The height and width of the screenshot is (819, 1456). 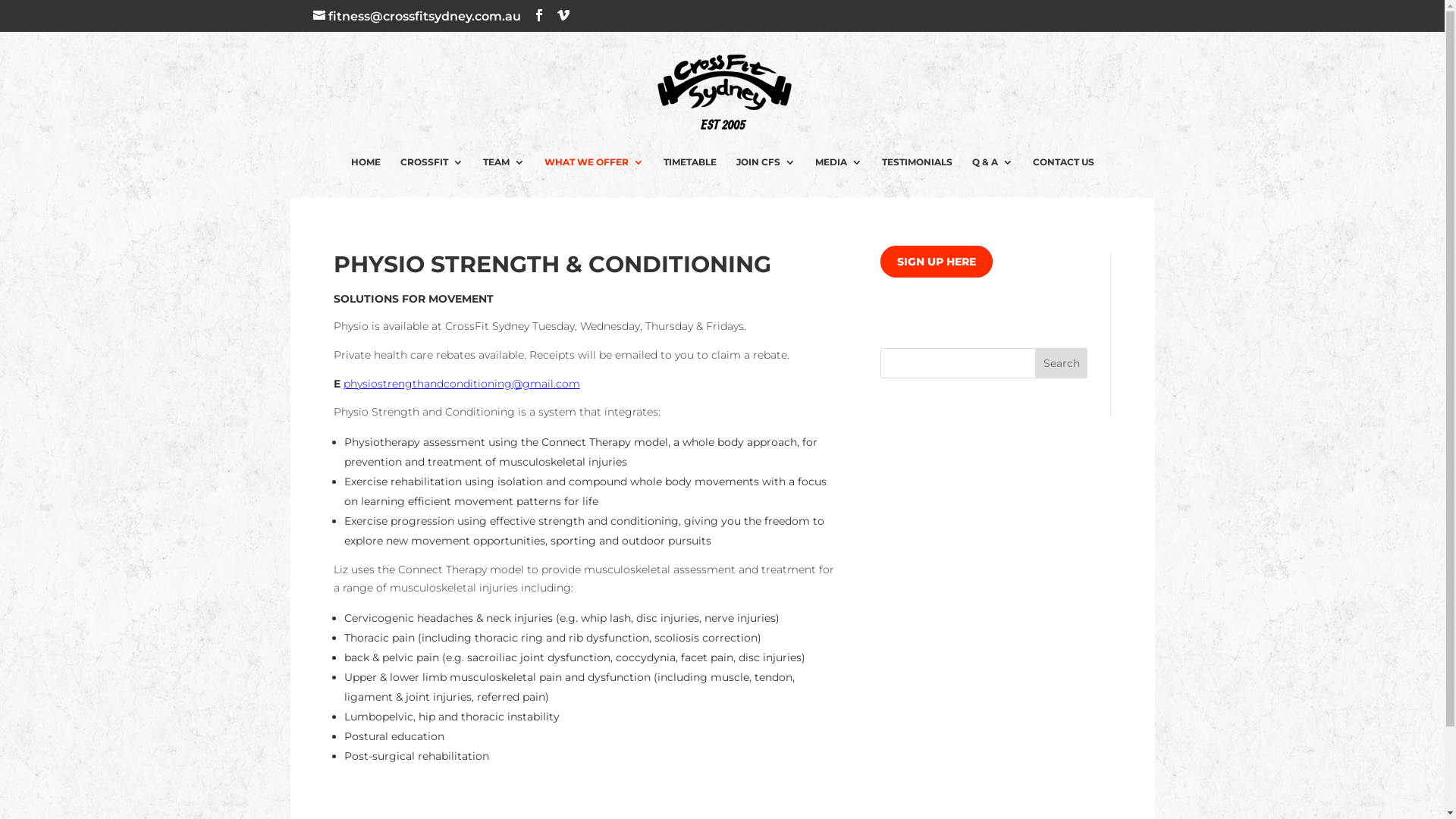 I want to click on 'fitness@crossfitsydney.com.au', so click(x=416, y=16).